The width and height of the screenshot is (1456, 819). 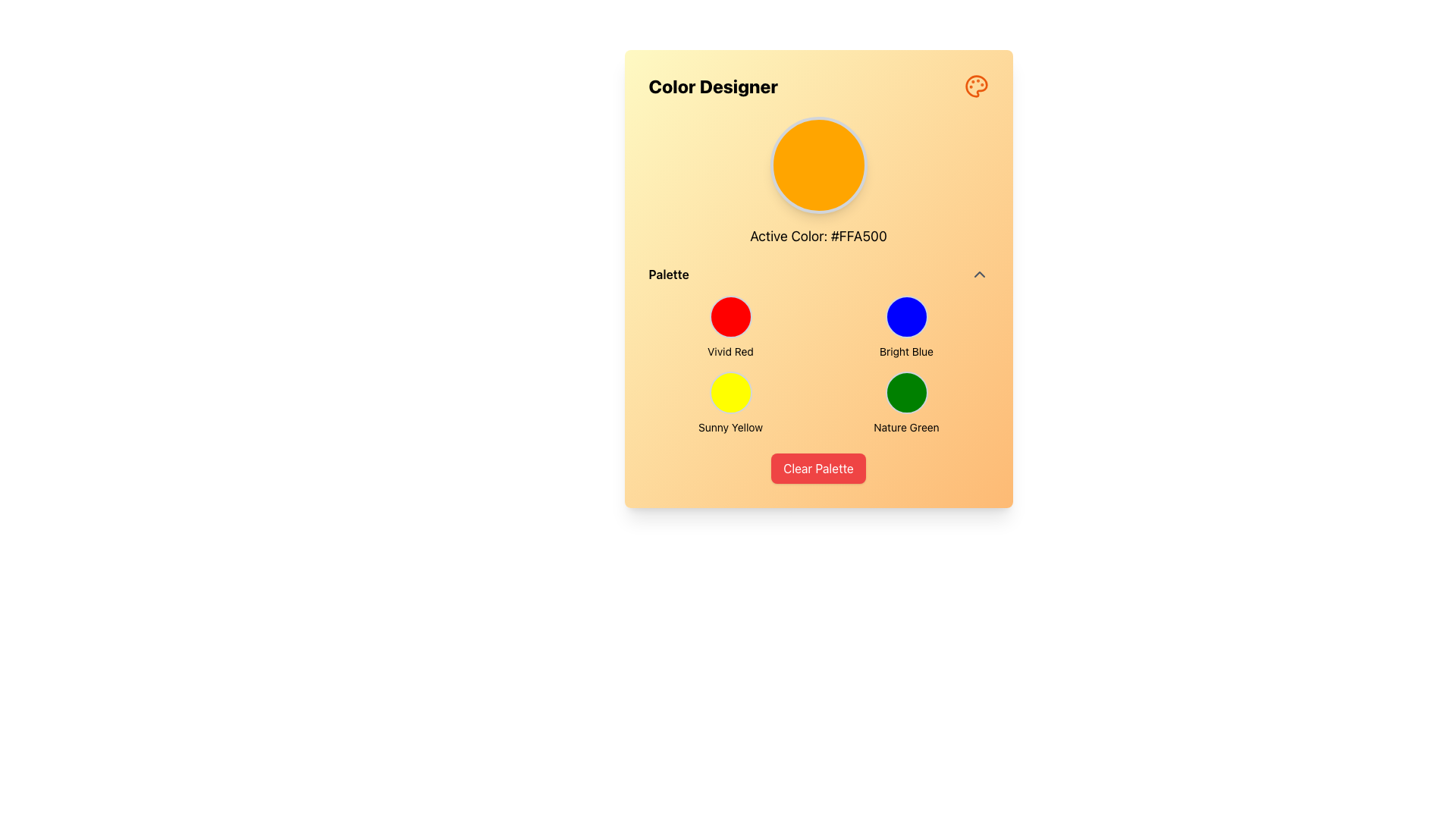 What do you see at coordinates (906, 327) in the screenshot?
I see `the 'Bright Blue' color component, which is a circular button with a bright blue background and a label directly below it` at bounding box center [906, 327].